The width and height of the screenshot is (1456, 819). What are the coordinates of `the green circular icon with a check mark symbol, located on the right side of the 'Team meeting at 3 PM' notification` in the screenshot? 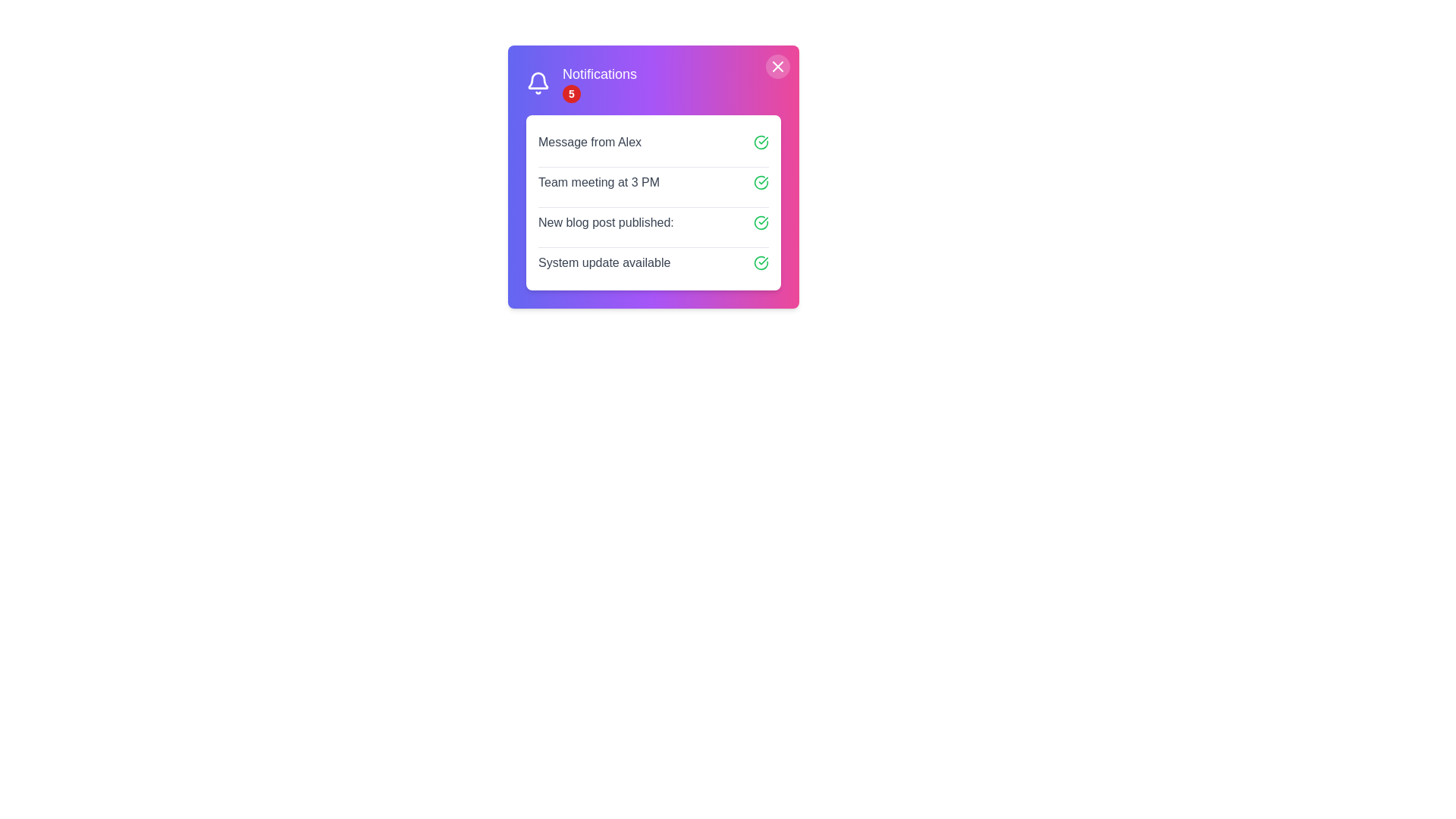 It's located at (761, 181).